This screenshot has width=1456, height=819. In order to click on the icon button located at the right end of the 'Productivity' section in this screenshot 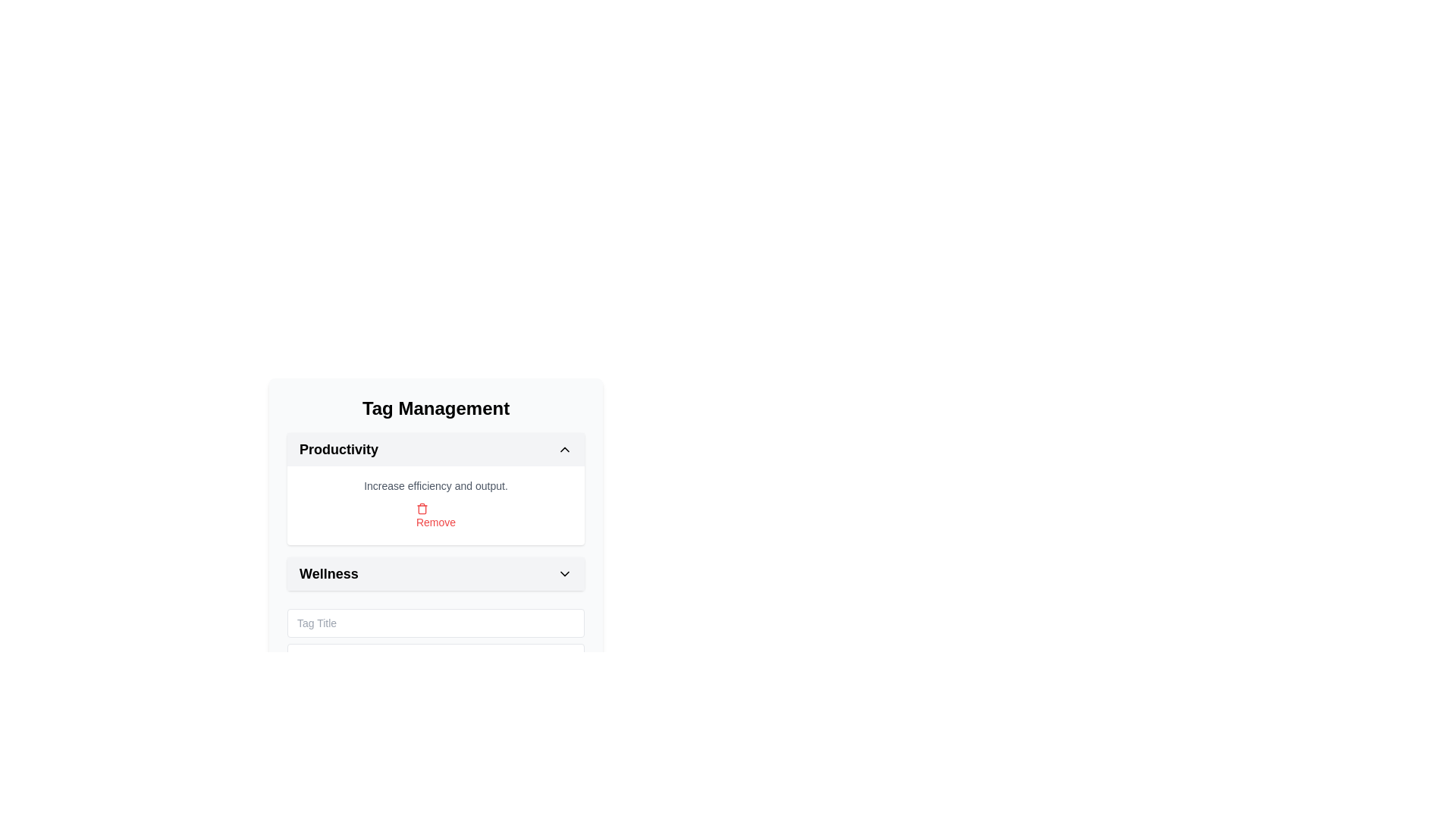, I will do `click(563, 449)`.